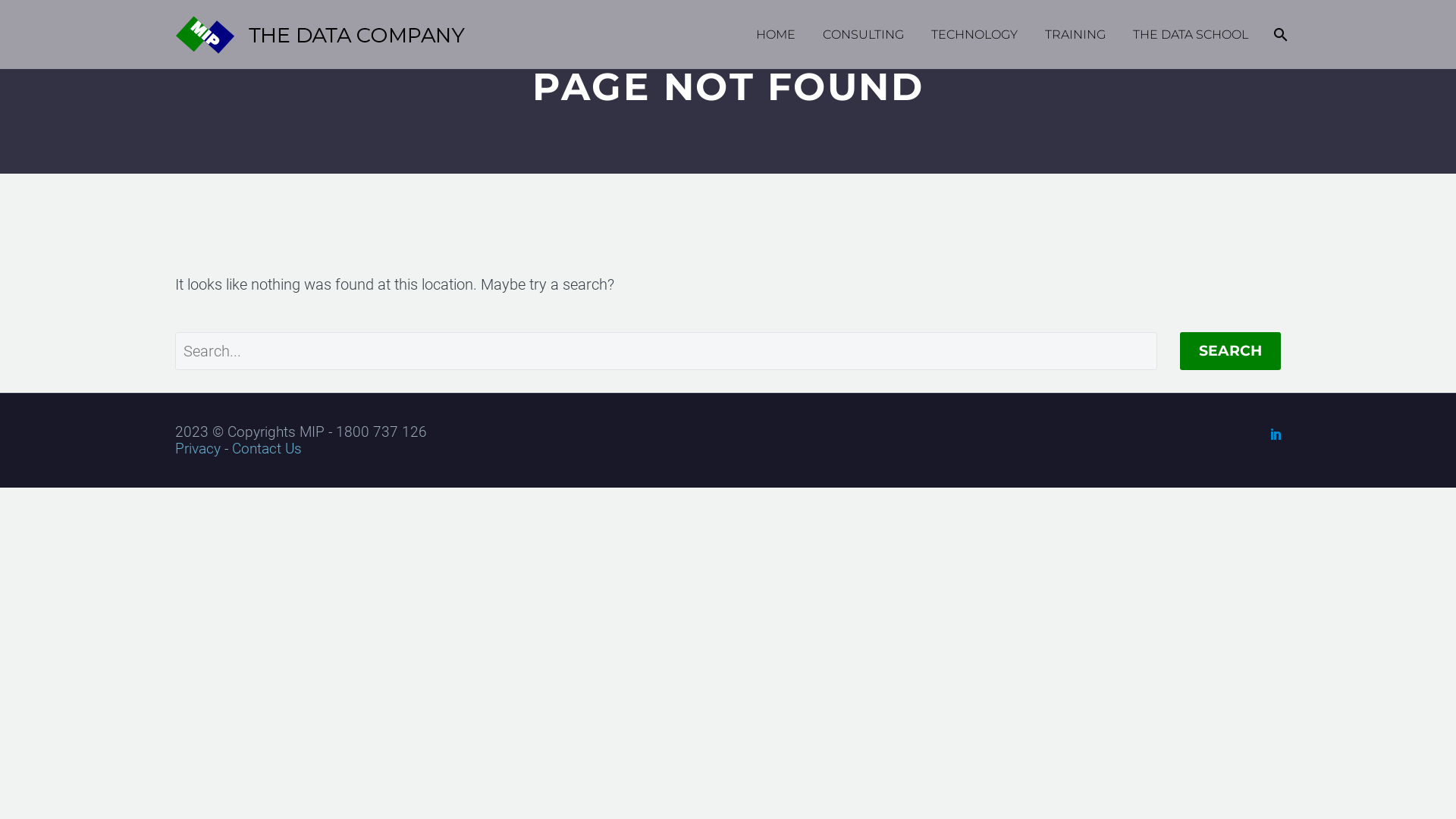 The height and width of the screenshot is (819, 1456). I want to click on 'HOME', so click(775, 34).